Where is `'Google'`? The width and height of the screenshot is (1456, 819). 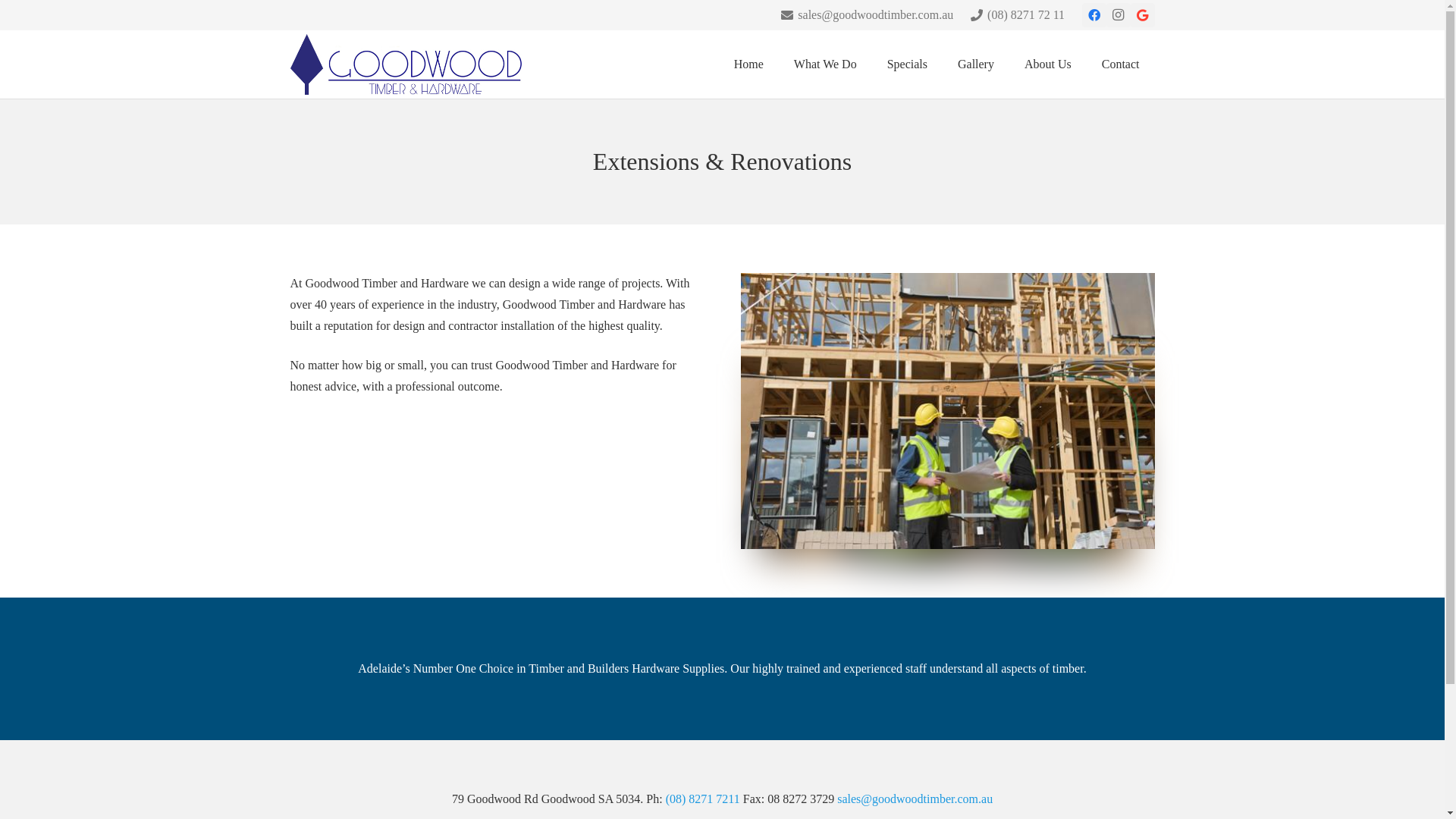
'Google' is located at coordinates (1129, 14).